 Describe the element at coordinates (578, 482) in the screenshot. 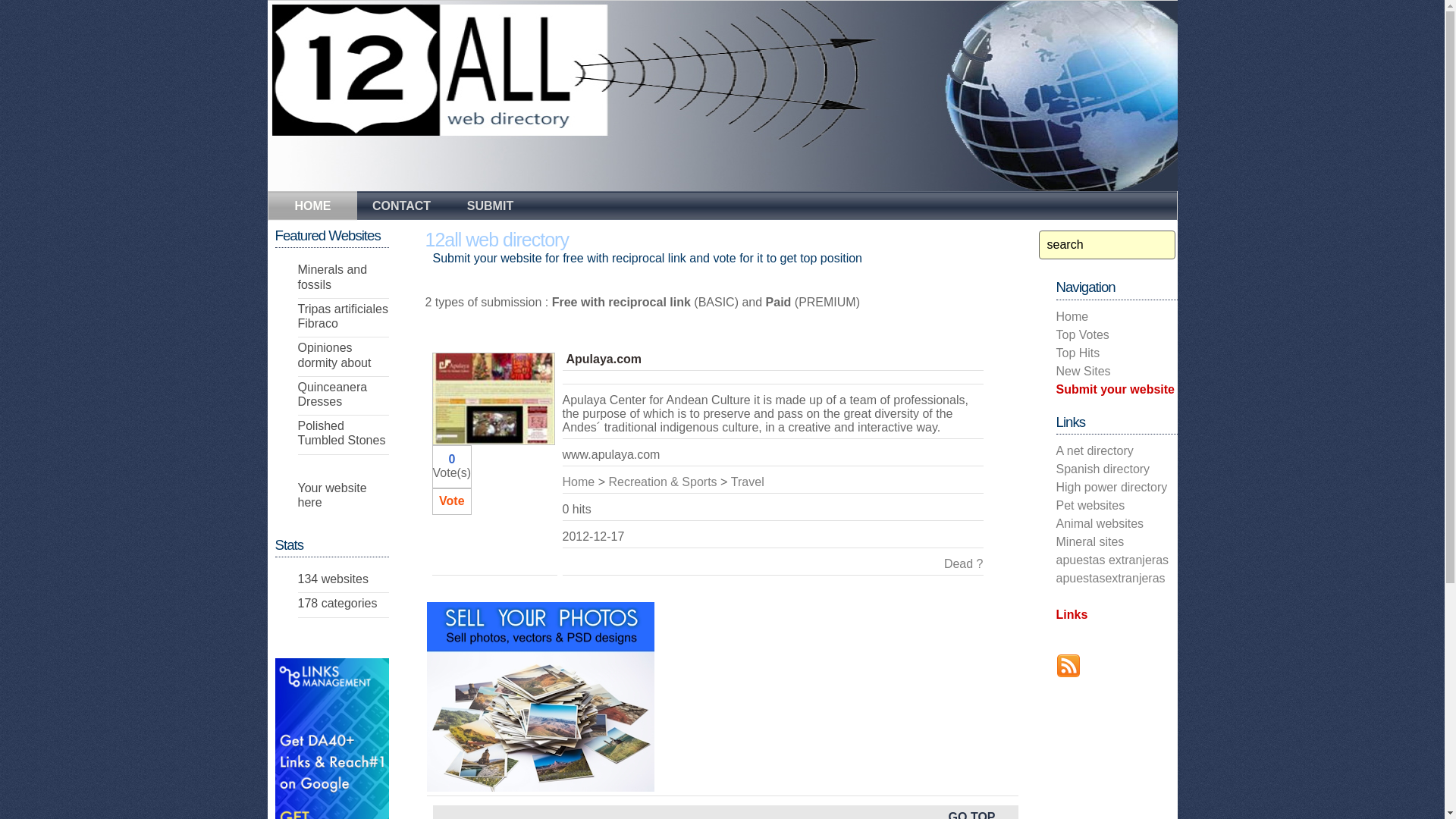

I see `'Home'` at that location.